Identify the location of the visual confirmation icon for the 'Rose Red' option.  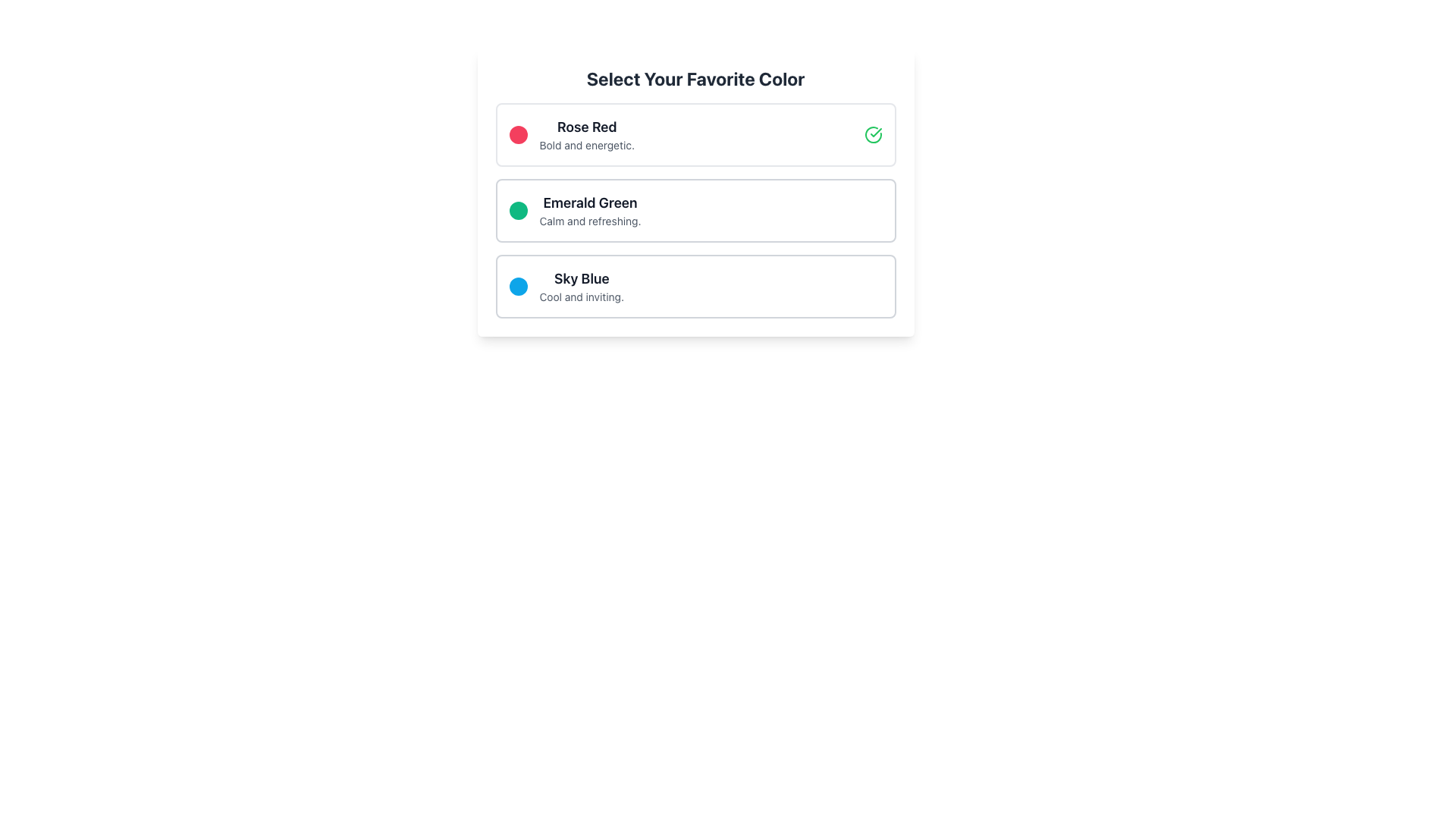
(873, 133).